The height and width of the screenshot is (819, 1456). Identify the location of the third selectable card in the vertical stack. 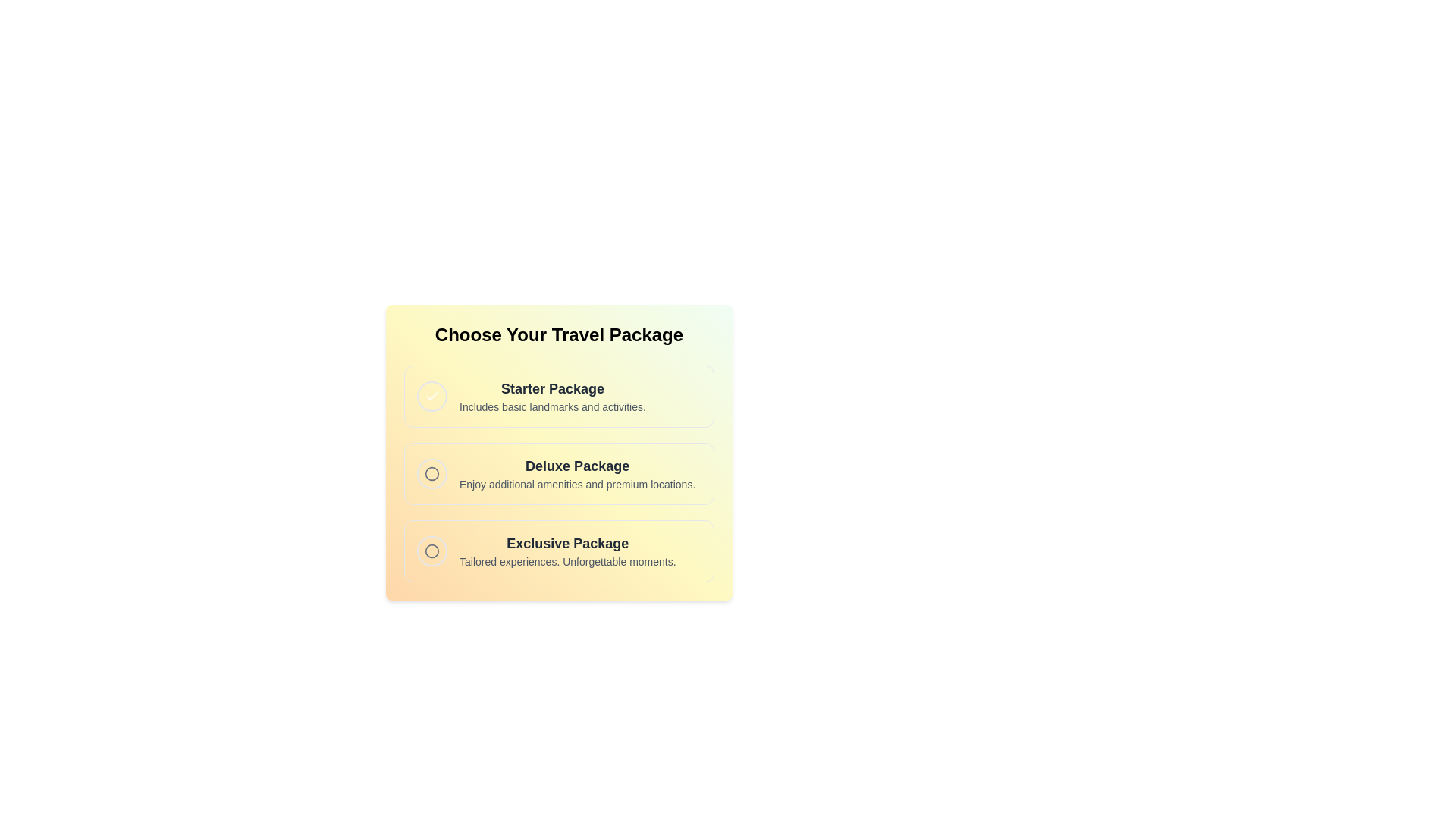
(558, 551).